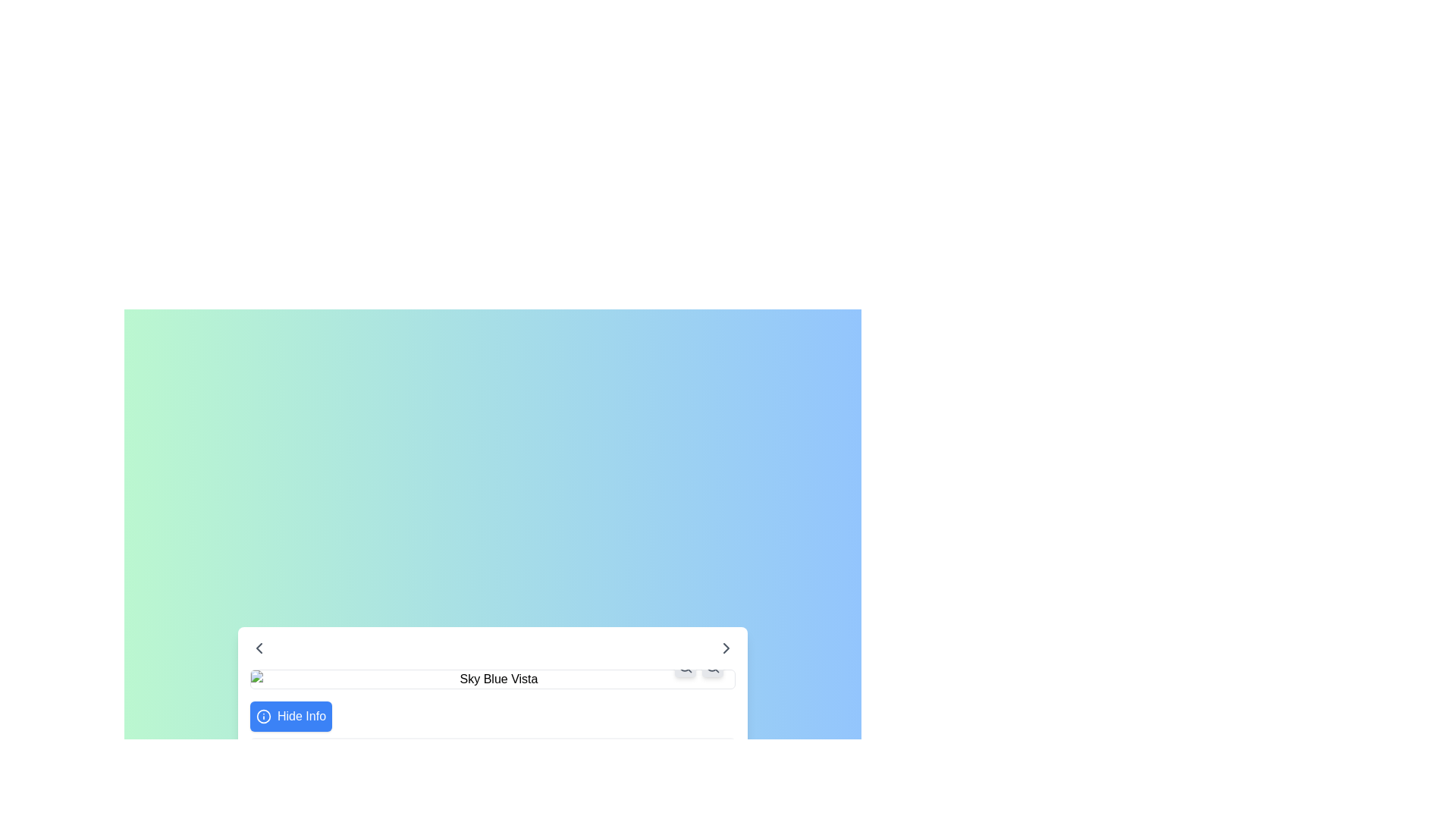  I want to click on the 'Hide Info' text label, which is displayed in white font on a blue background and has a button-like appearance, so click(302, 717).